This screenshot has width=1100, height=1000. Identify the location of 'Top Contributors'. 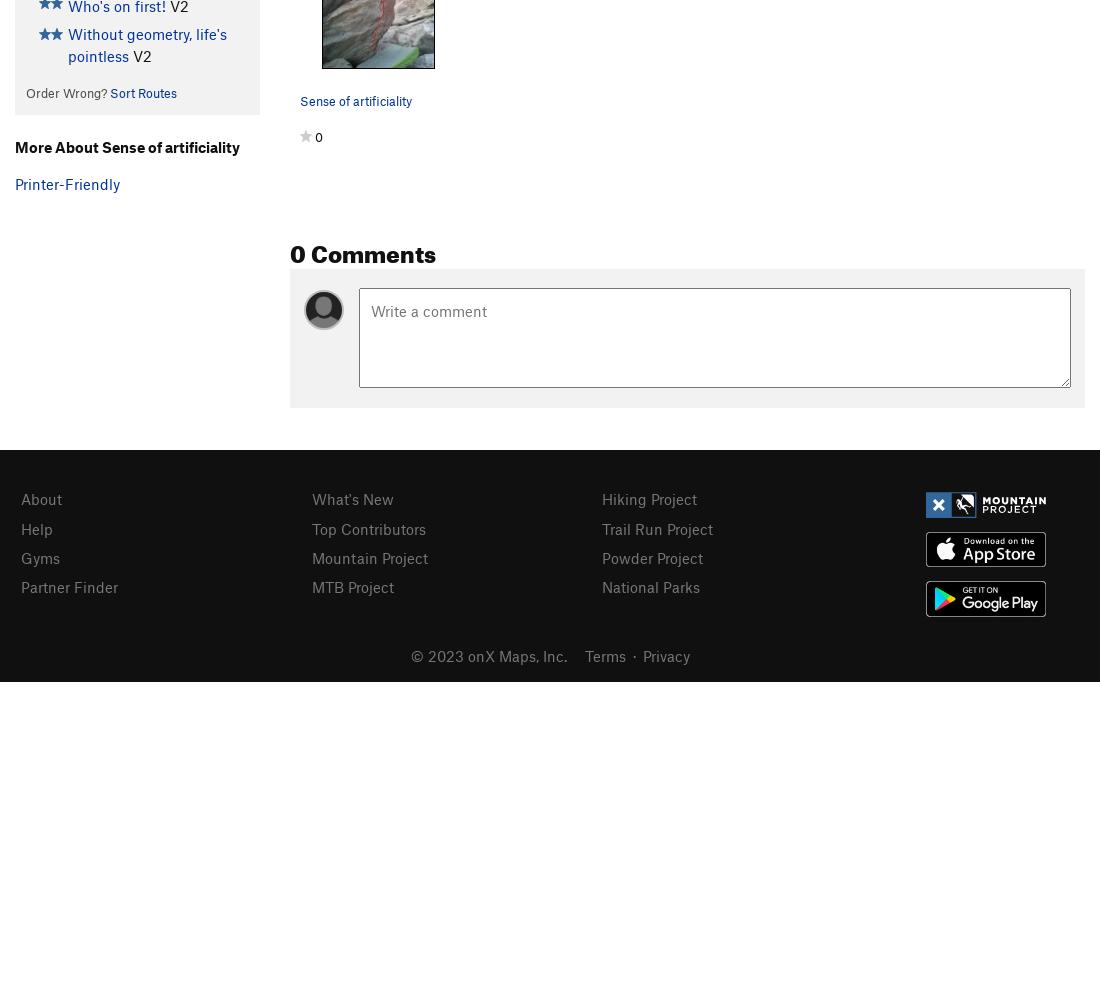
(309, 528).